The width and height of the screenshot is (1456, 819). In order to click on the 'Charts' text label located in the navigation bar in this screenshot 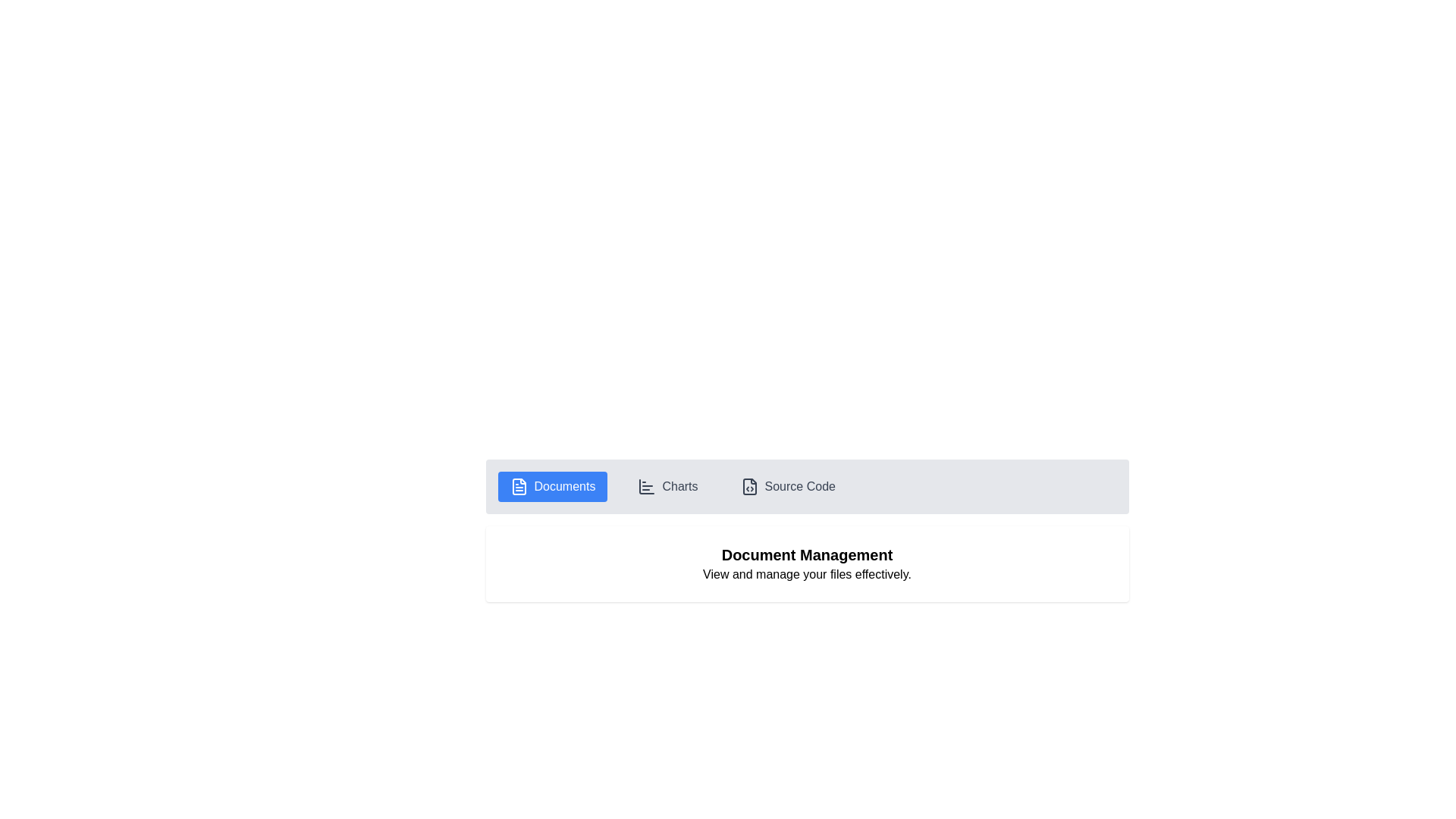, I will do `click(679, 486)`.